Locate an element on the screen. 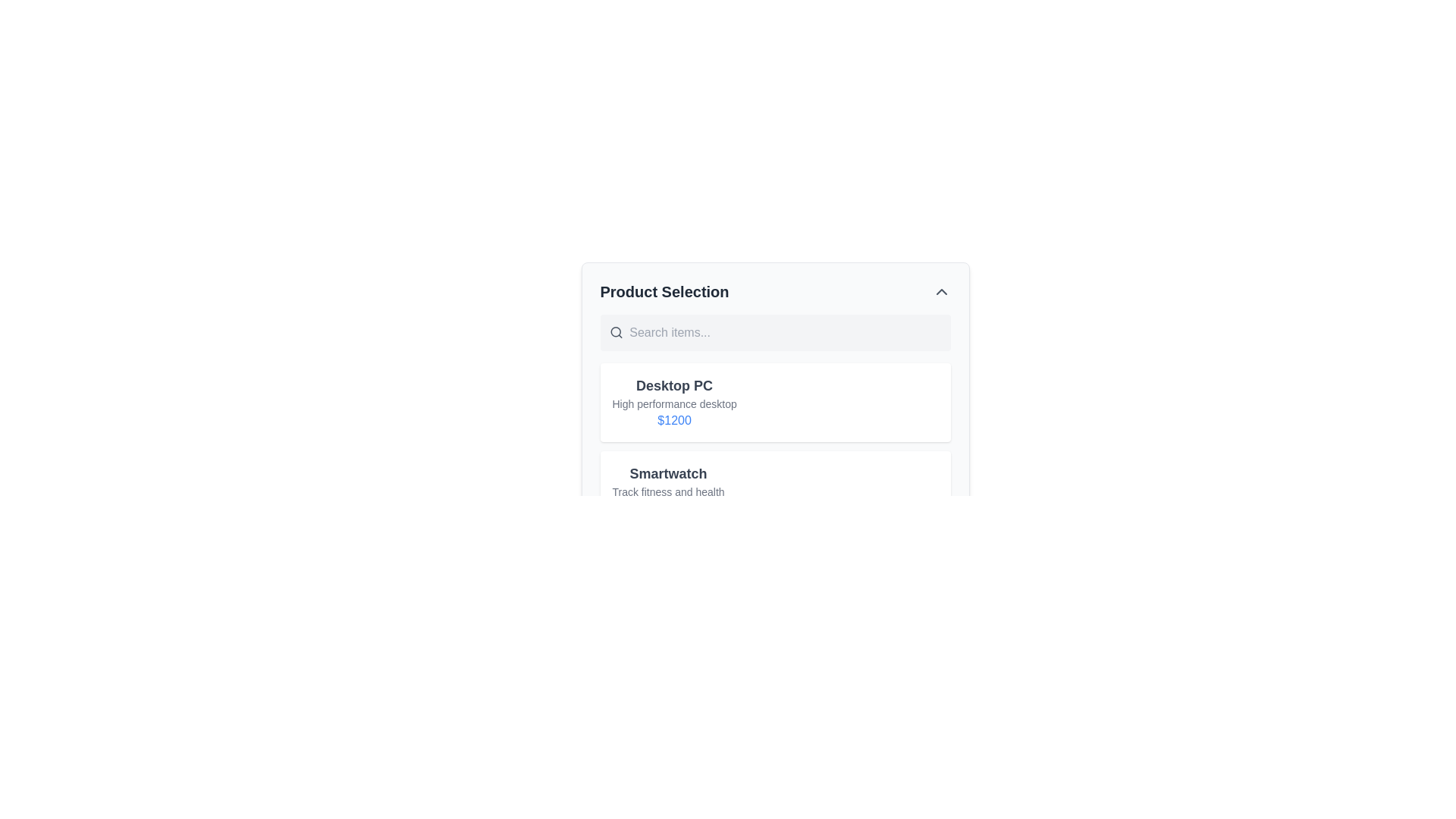 The image size is (1456, 819). the 'Desktop PC' text label, which is styled in bold and dark gray, located at the upper section of the product card to emphasize it or trigger possible tooltips is located at coordinates (673, 385).